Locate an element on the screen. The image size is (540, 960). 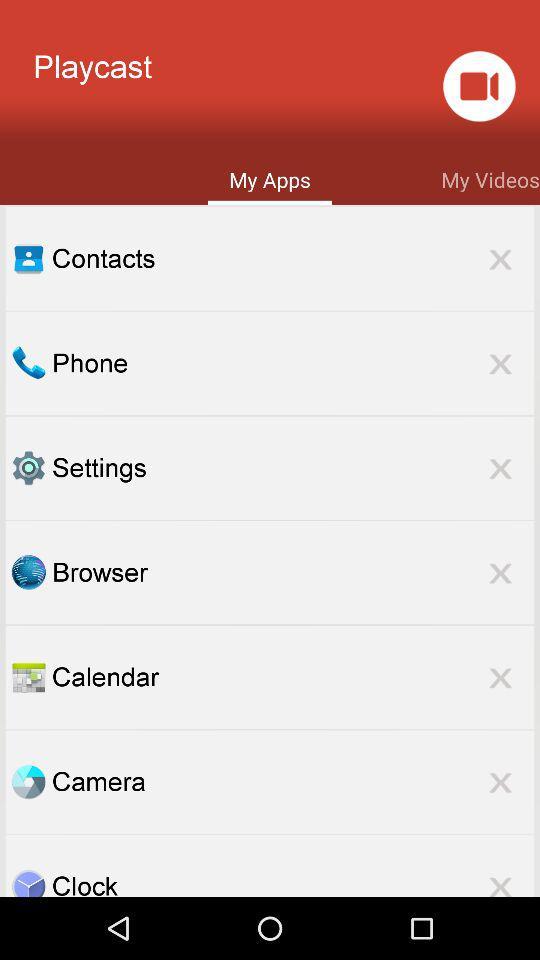
phone item is located at coordinates (292, 362).